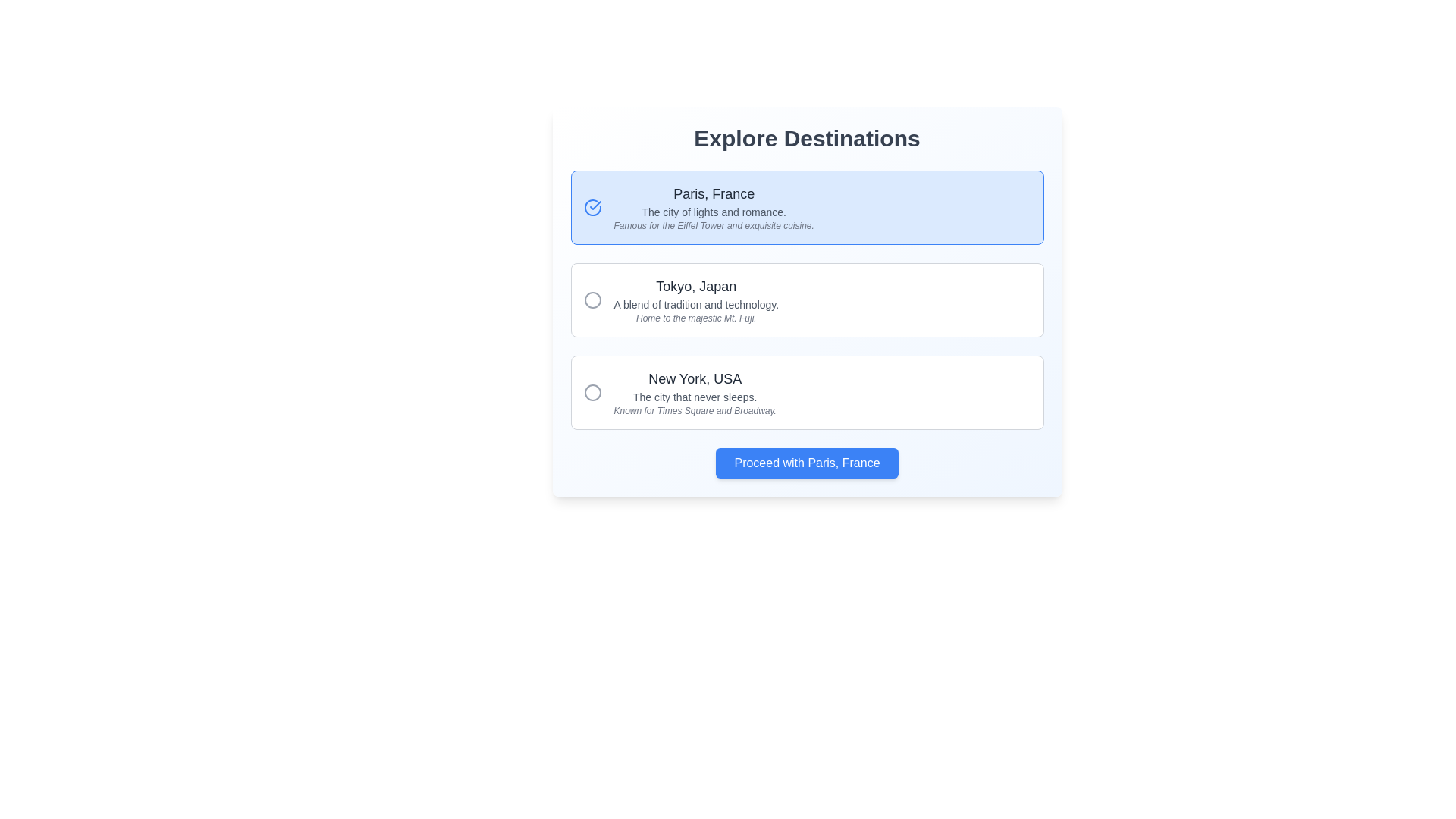 The image size is (1456, 819). Describe the element at coordinates (695, 287) in the screenshot. I see `the text label displaying 'Tokyo, Japan', which is styled as a title in a large-sized font with medium weight and dark gray color, positioned above descriptive texts and below the section titled 'Paris, France'` at that location.